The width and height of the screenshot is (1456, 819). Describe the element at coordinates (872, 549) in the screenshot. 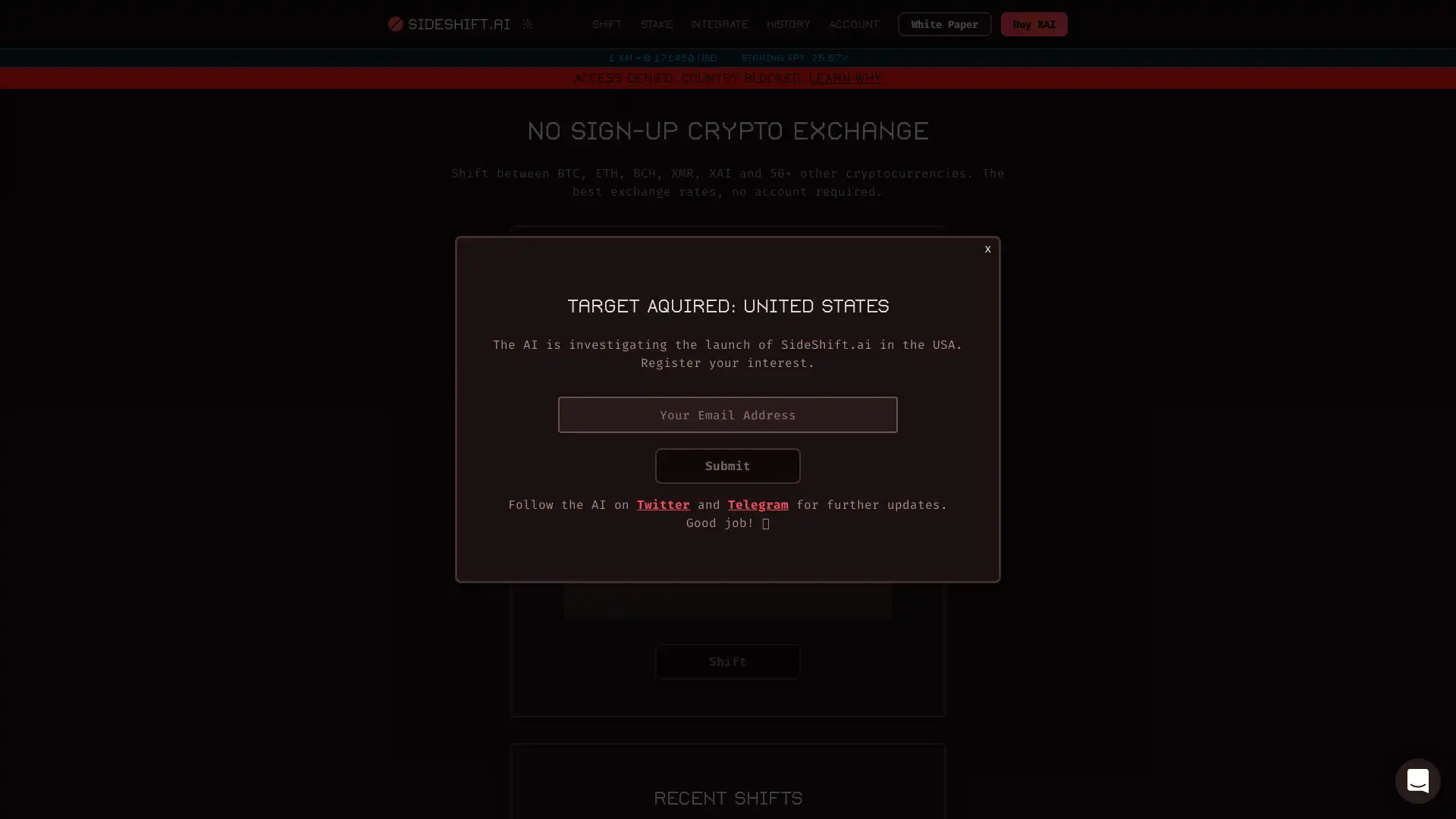

I see `Scan QR Code` at that location.